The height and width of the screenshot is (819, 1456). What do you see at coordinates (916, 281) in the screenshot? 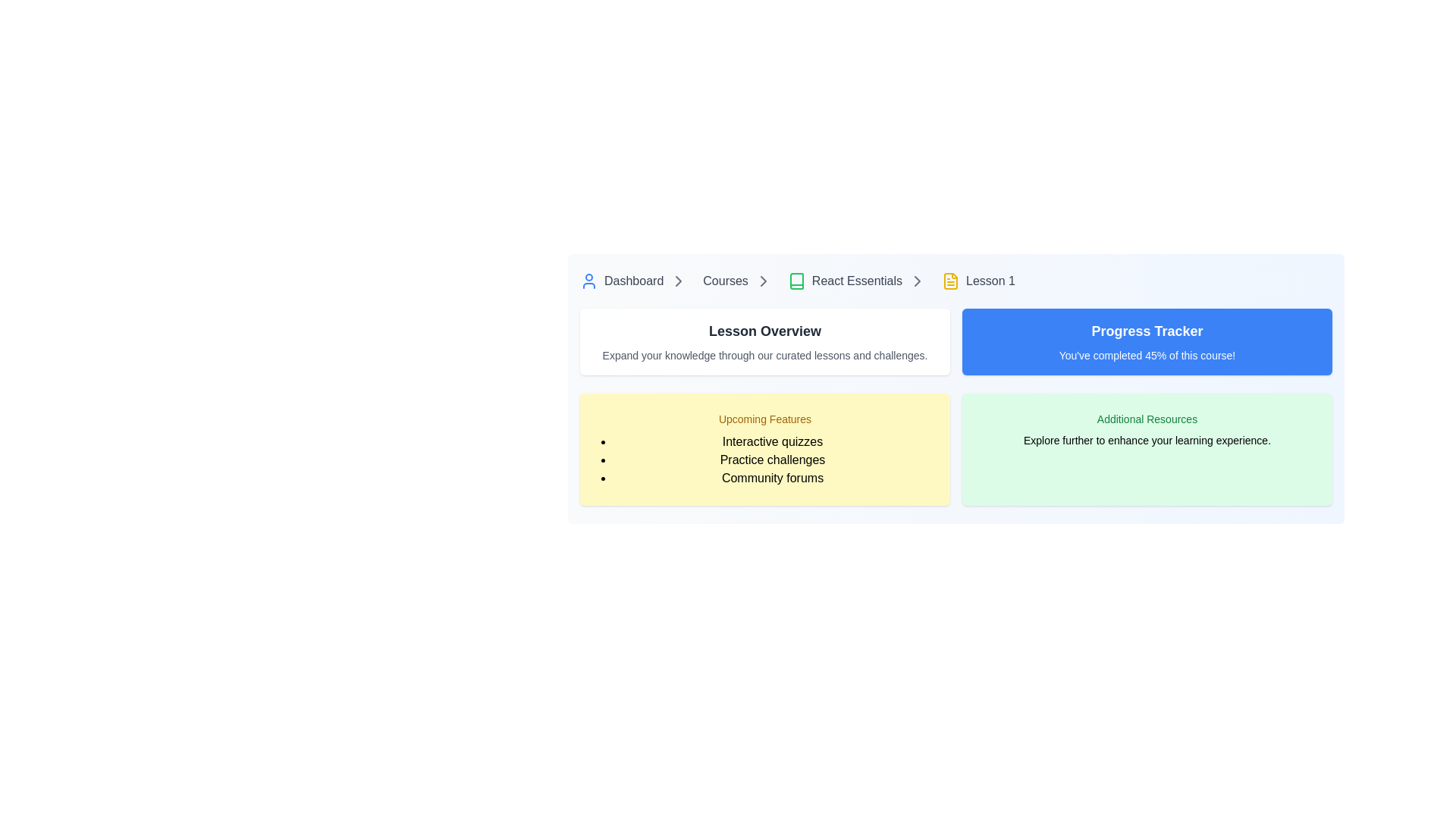
I see `the right-pointing chevron icon within the breadcrumb navigation bar, positioned between 'React Essentials' and 'Lesson 1'` at bounding box center [916, 281].